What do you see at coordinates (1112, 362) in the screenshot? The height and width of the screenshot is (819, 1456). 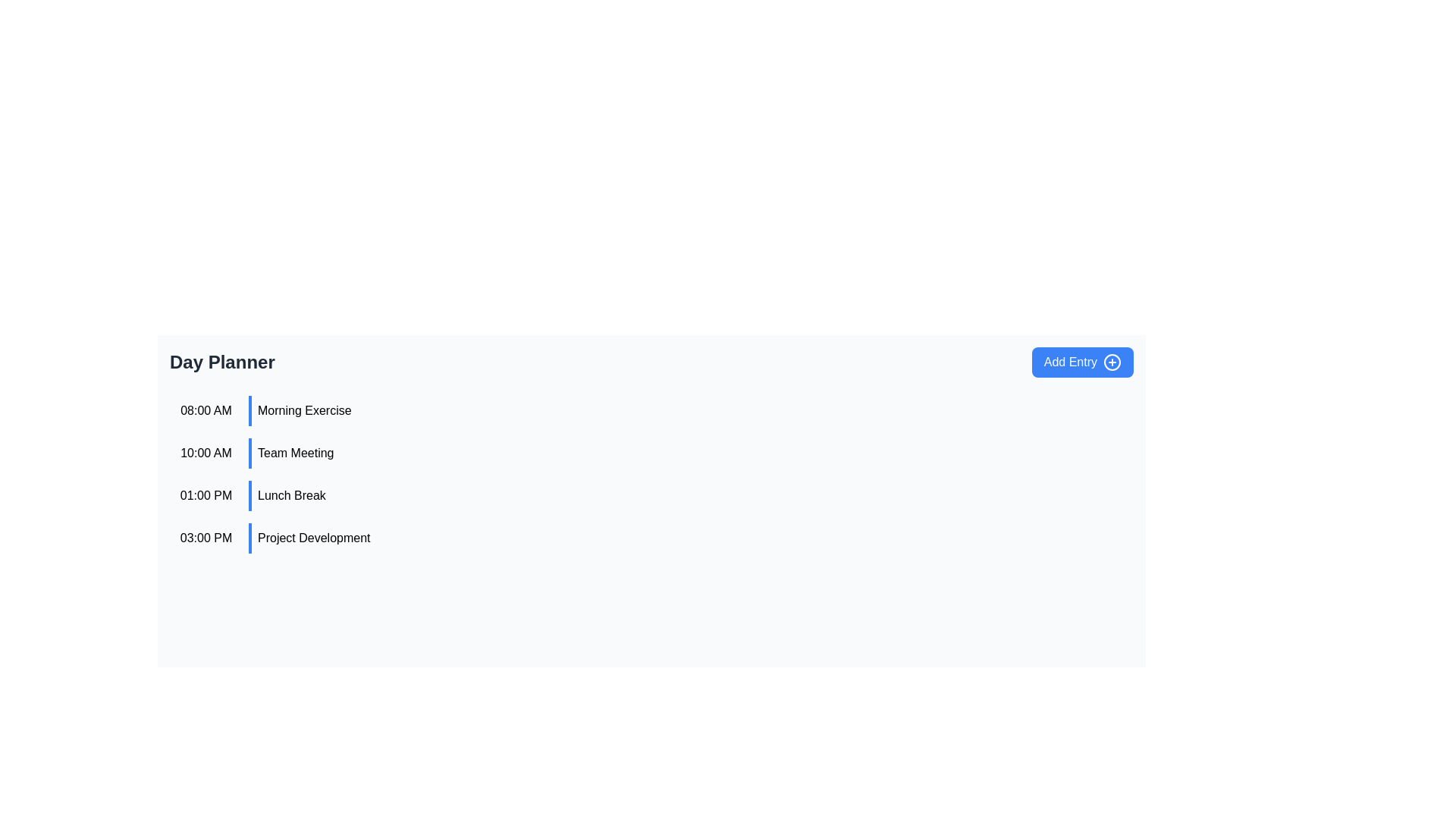 I see `the blue circular SVG icon with a white plus sign that is located to the right of the 'Add Entry' button` at bounding box center [1112, 362].